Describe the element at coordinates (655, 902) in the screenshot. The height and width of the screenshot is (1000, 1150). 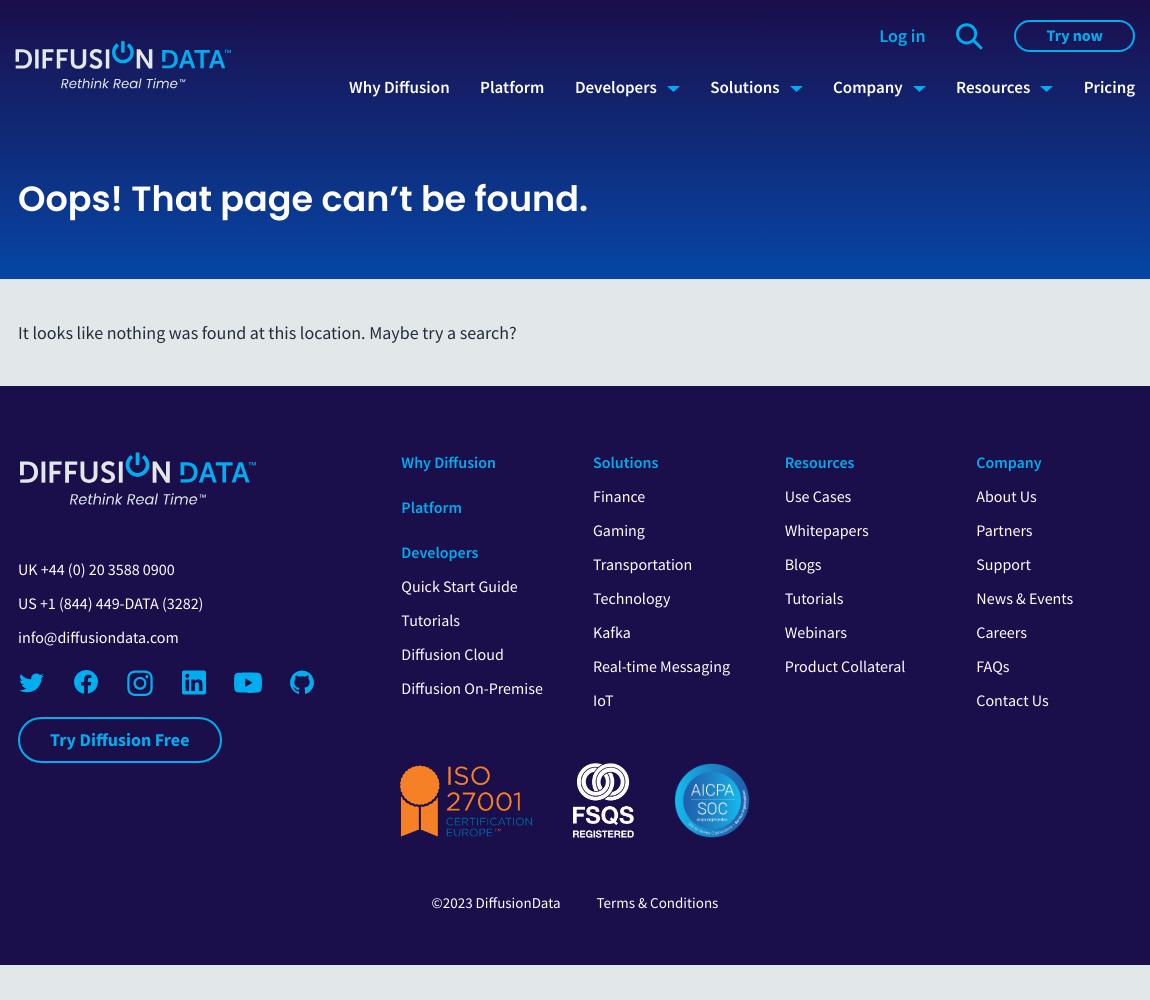
I see `'Terms & Conditions'` at that location.